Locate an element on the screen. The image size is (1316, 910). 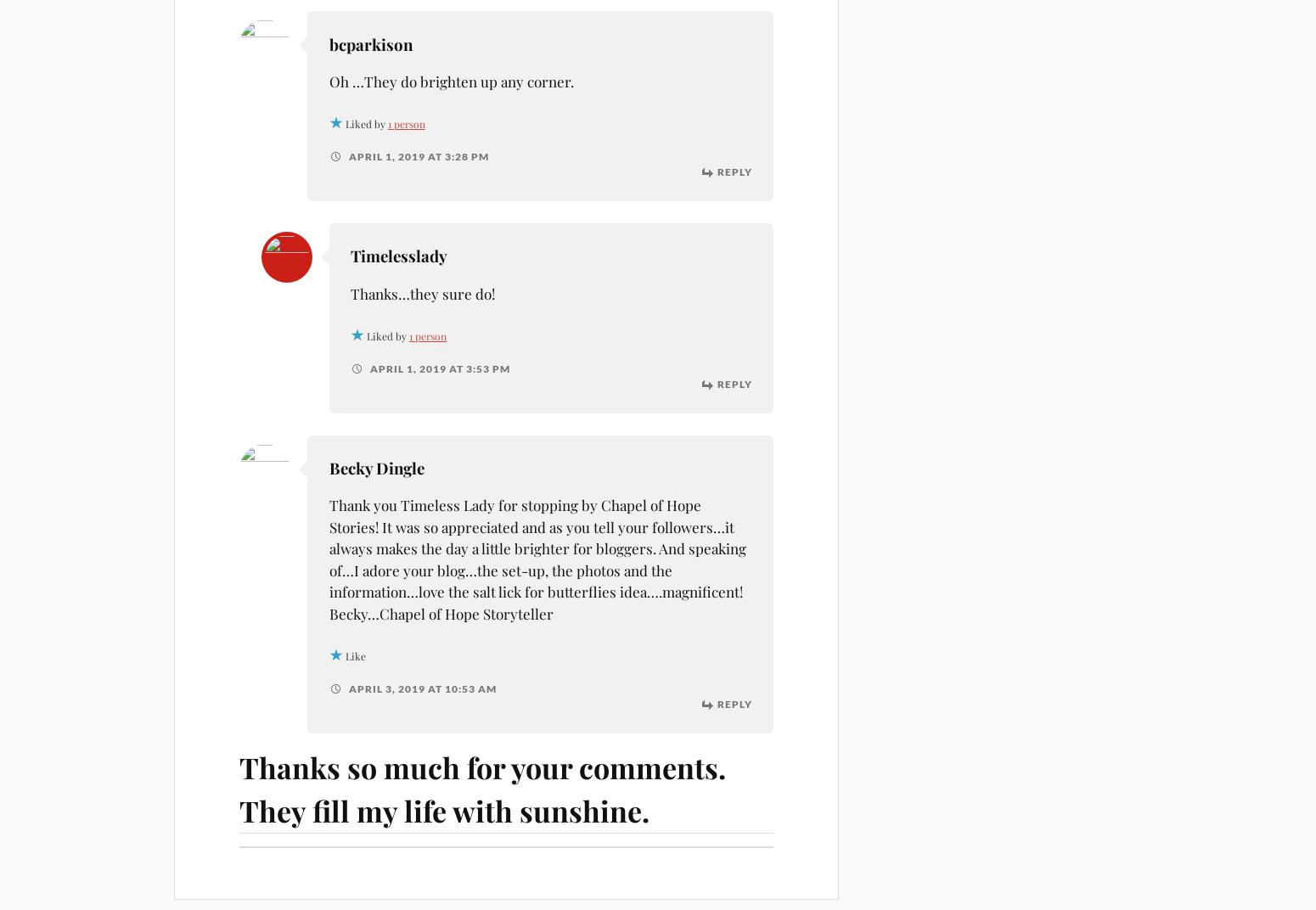
'Becky…Chapel of Hope Storyteller' is located at coordinates (328, 611).